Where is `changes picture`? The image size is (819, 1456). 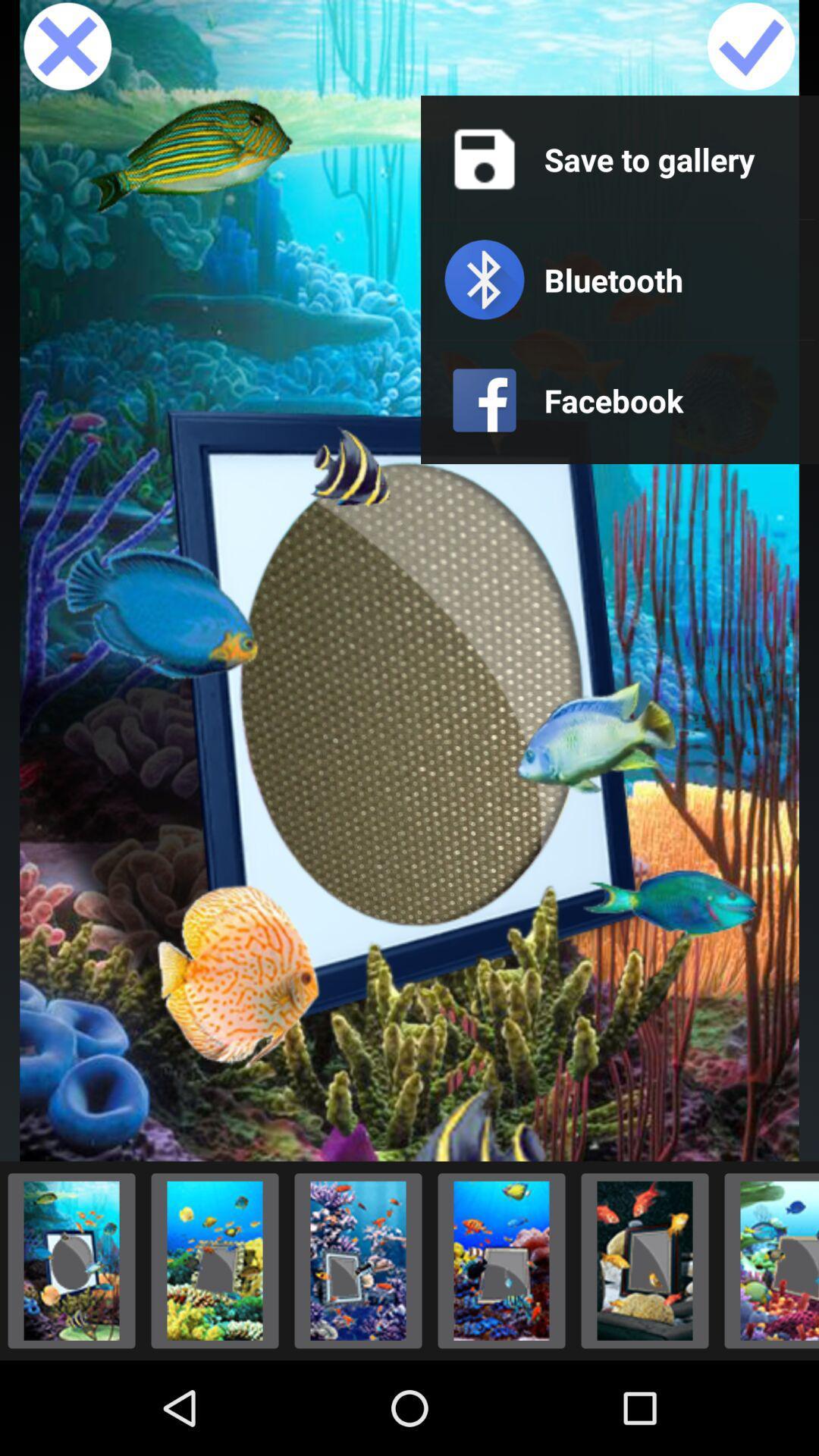 changes picture is located at coordinates (358, 1260).